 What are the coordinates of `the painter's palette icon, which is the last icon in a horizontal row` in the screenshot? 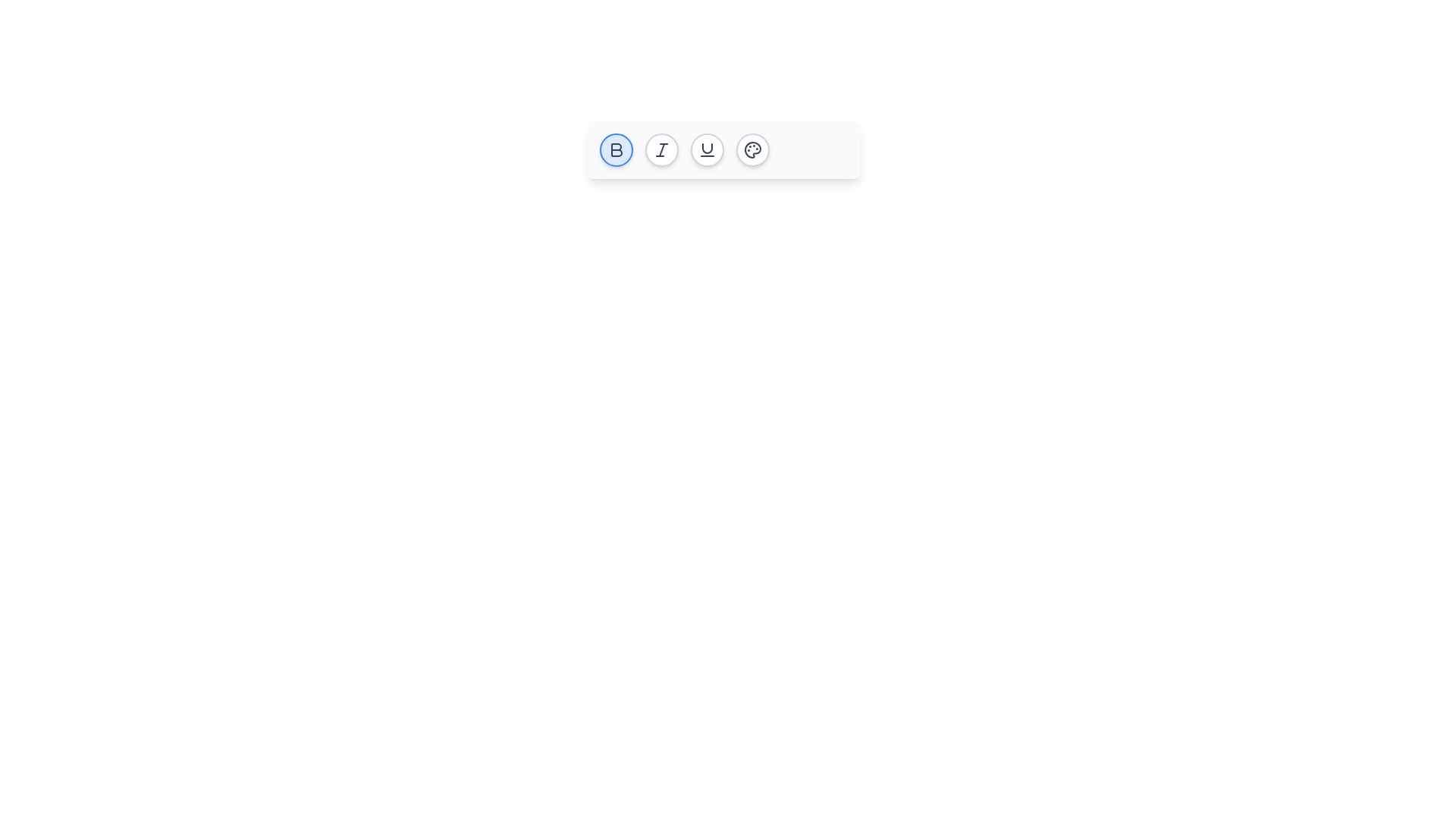 It's located at (753, 149).